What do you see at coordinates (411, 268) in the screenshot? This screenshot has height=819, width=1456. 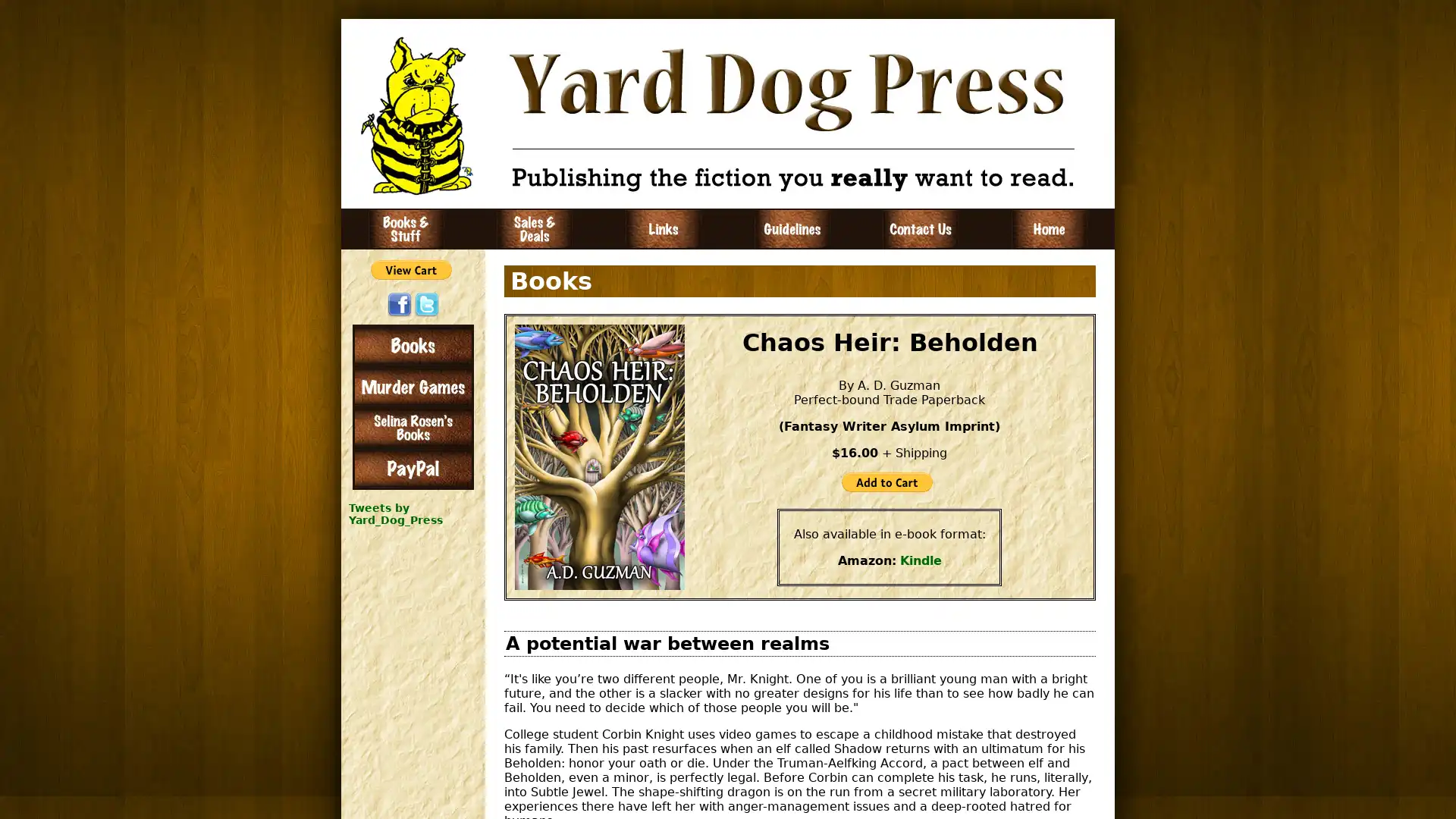 I see `PayPal - The safer, easier way to pay online` at bounding box center [411, 268].